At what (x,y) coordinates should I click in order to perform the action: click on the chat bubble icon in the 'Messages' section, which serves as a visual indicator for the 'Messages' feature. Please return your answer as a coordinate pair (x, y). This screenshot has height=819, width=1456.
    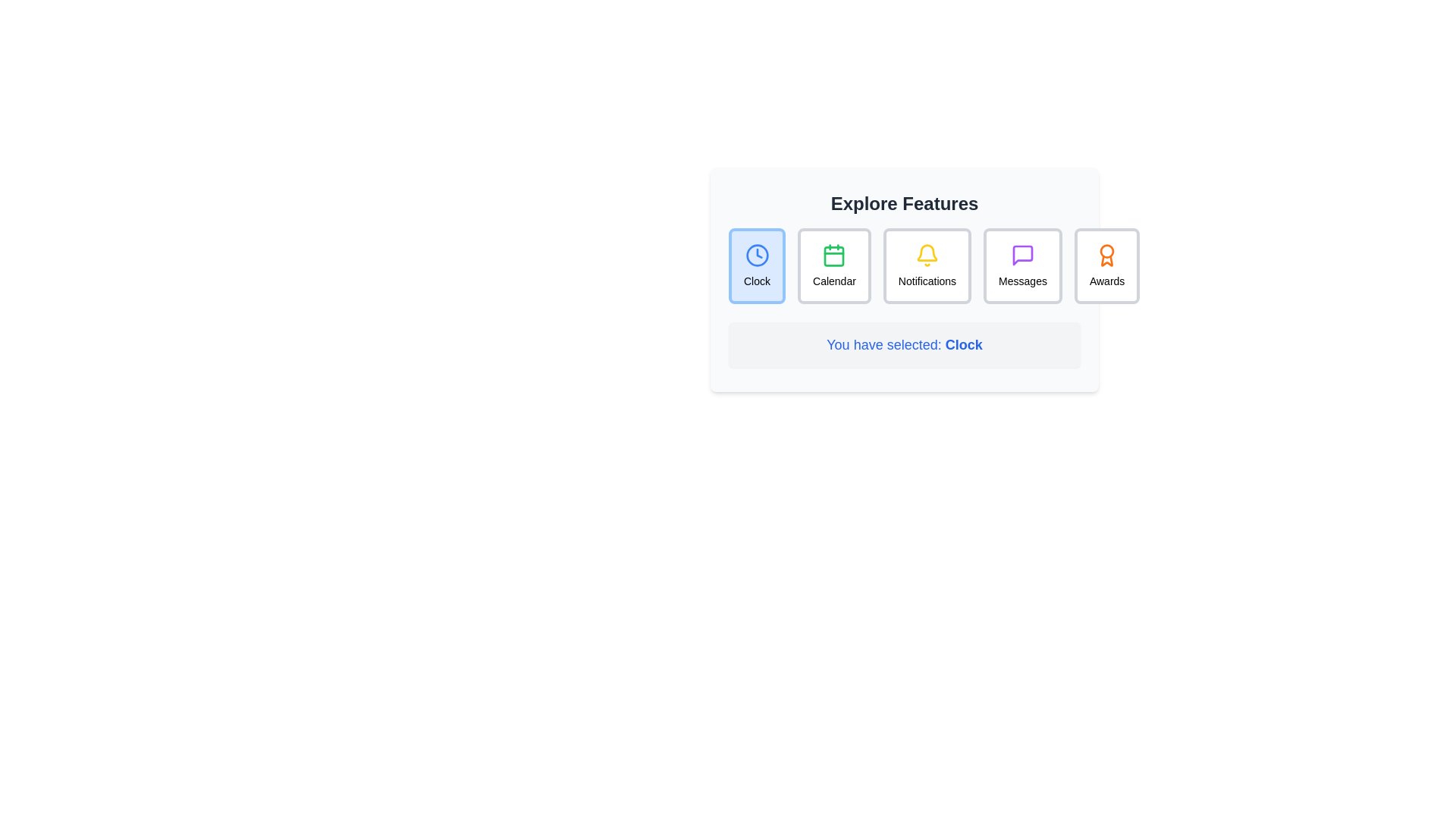
    Looking at the image, I should click on (1022, 254).